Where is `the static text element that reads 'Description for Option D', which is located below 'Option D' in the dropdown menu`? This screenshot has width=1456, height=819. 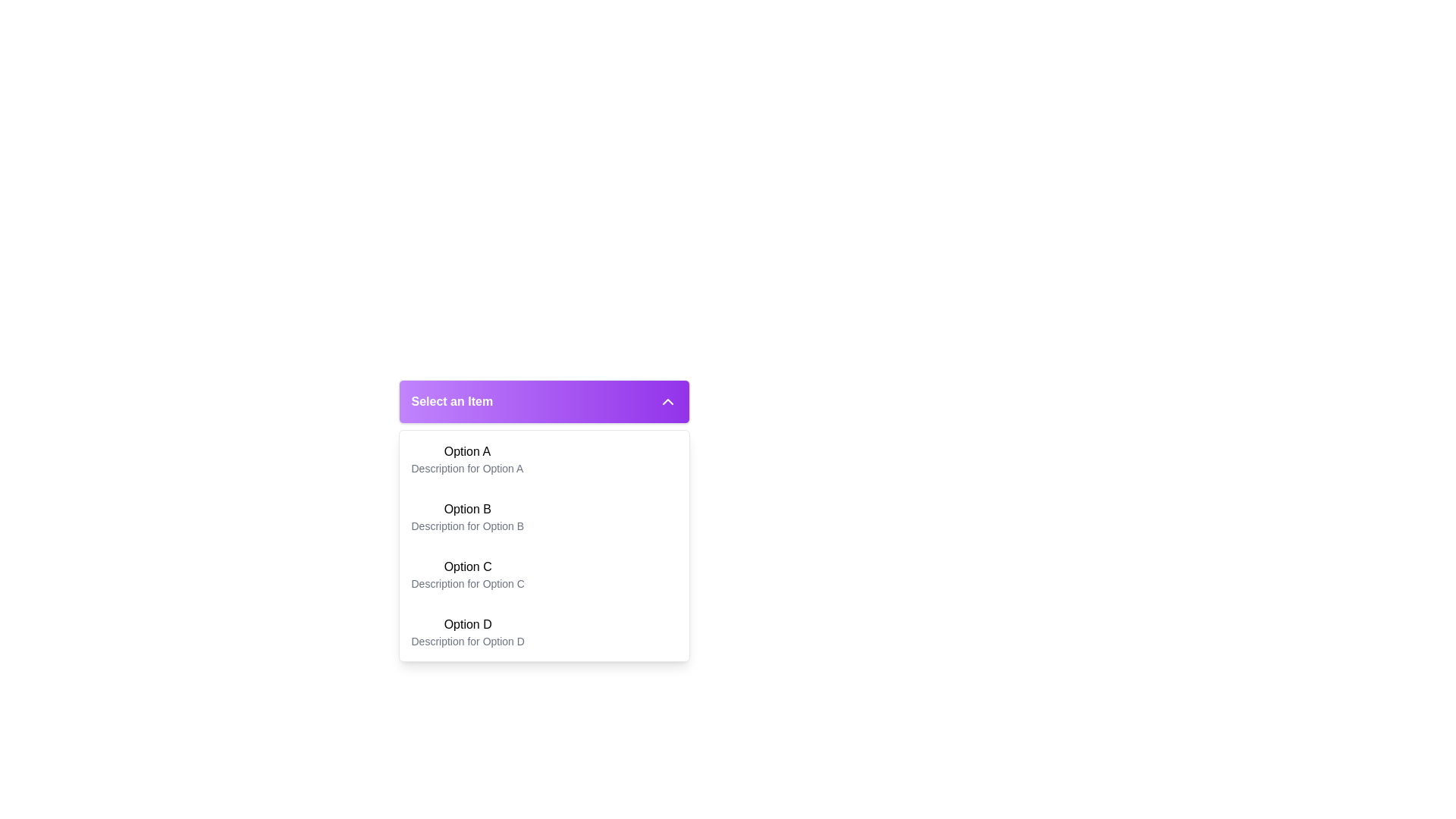
the static text element that reads 'Description for Option D', which is located below 'Option D' in the dropdown menu is located at coordinates (467, 641).